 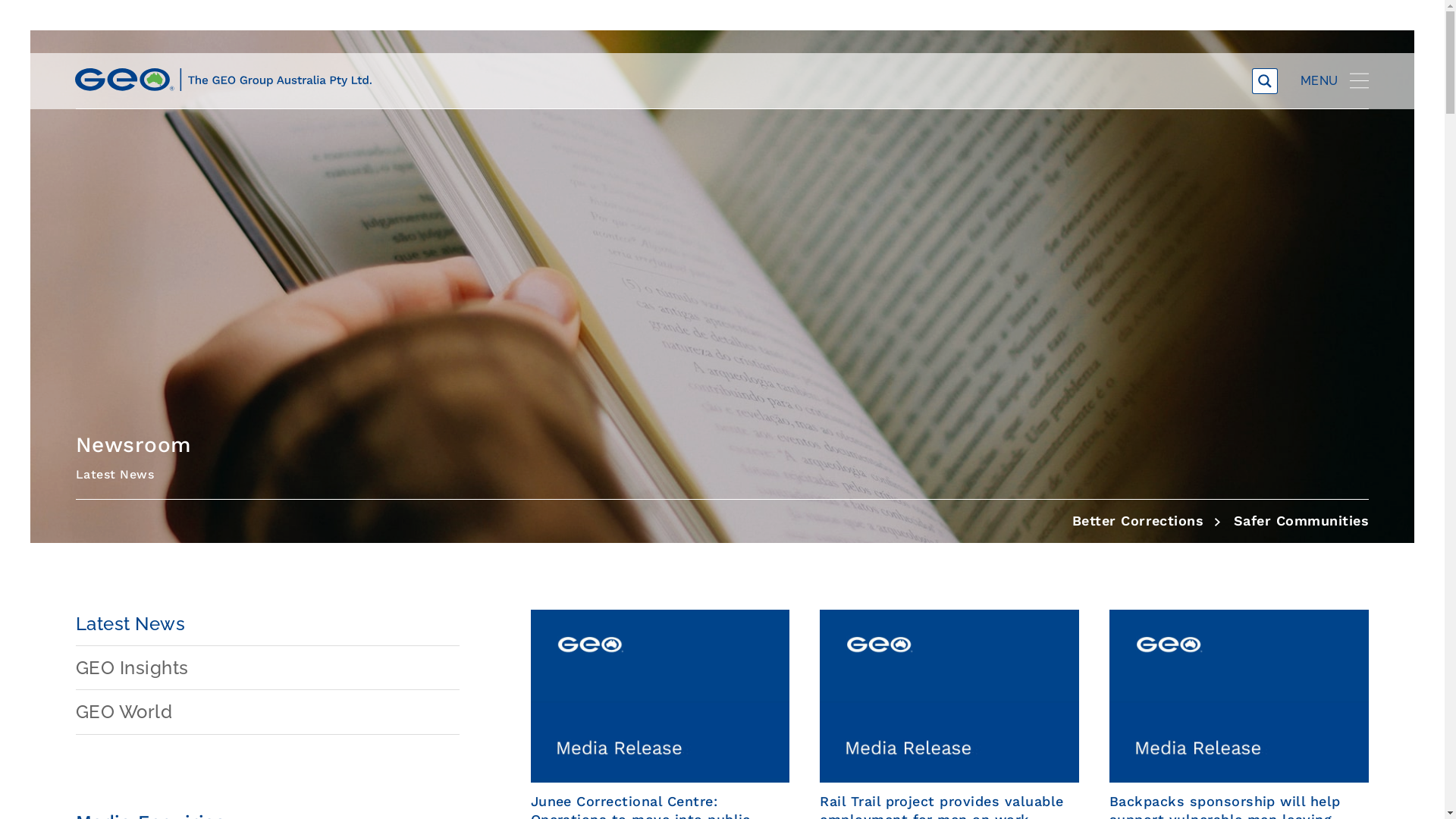 I want to click on 'GEO Insights', so click(x=268, y=667).